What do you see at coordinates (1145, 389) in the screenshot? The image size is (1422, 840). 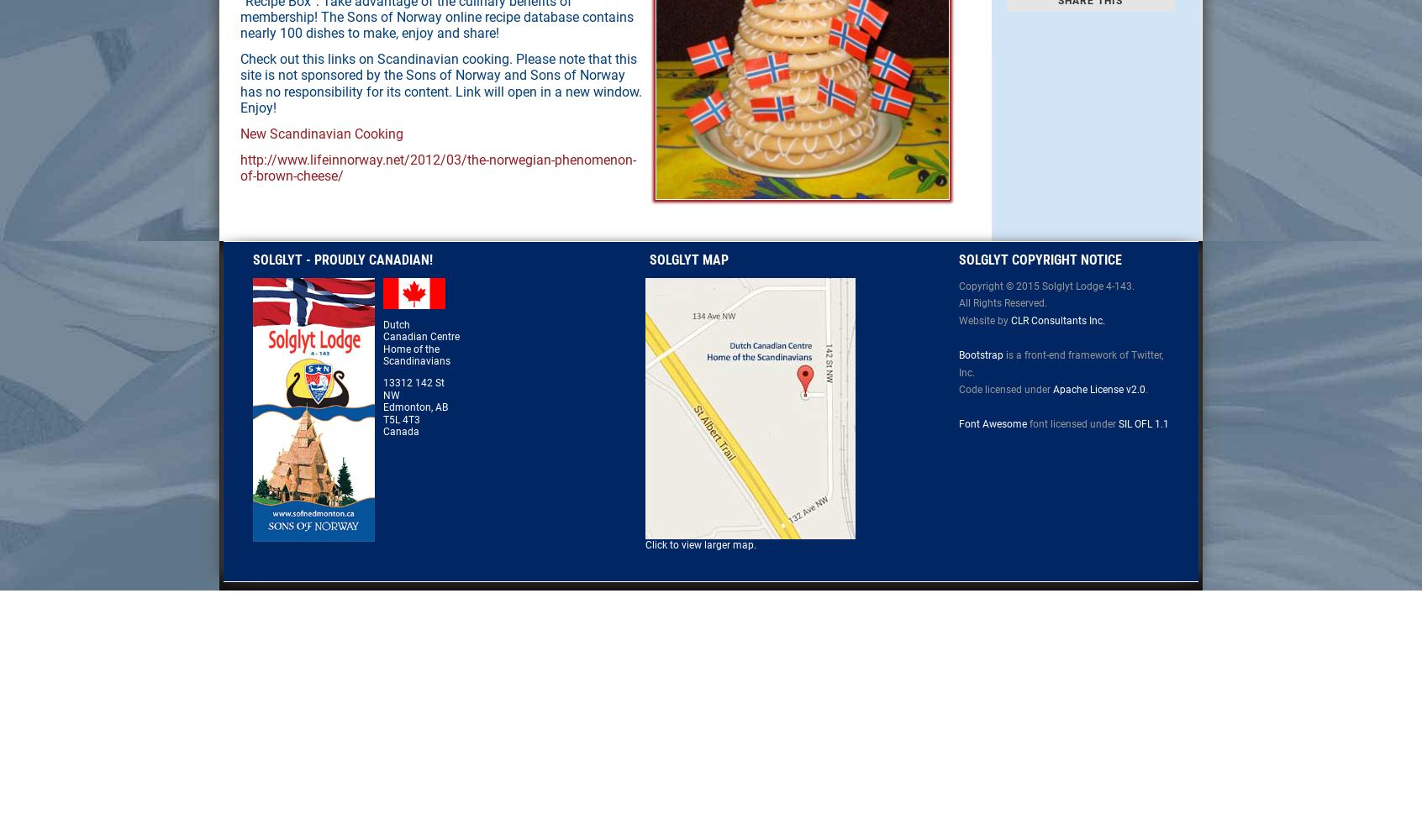 I see `'.'` at bounding box center [1145, 389].